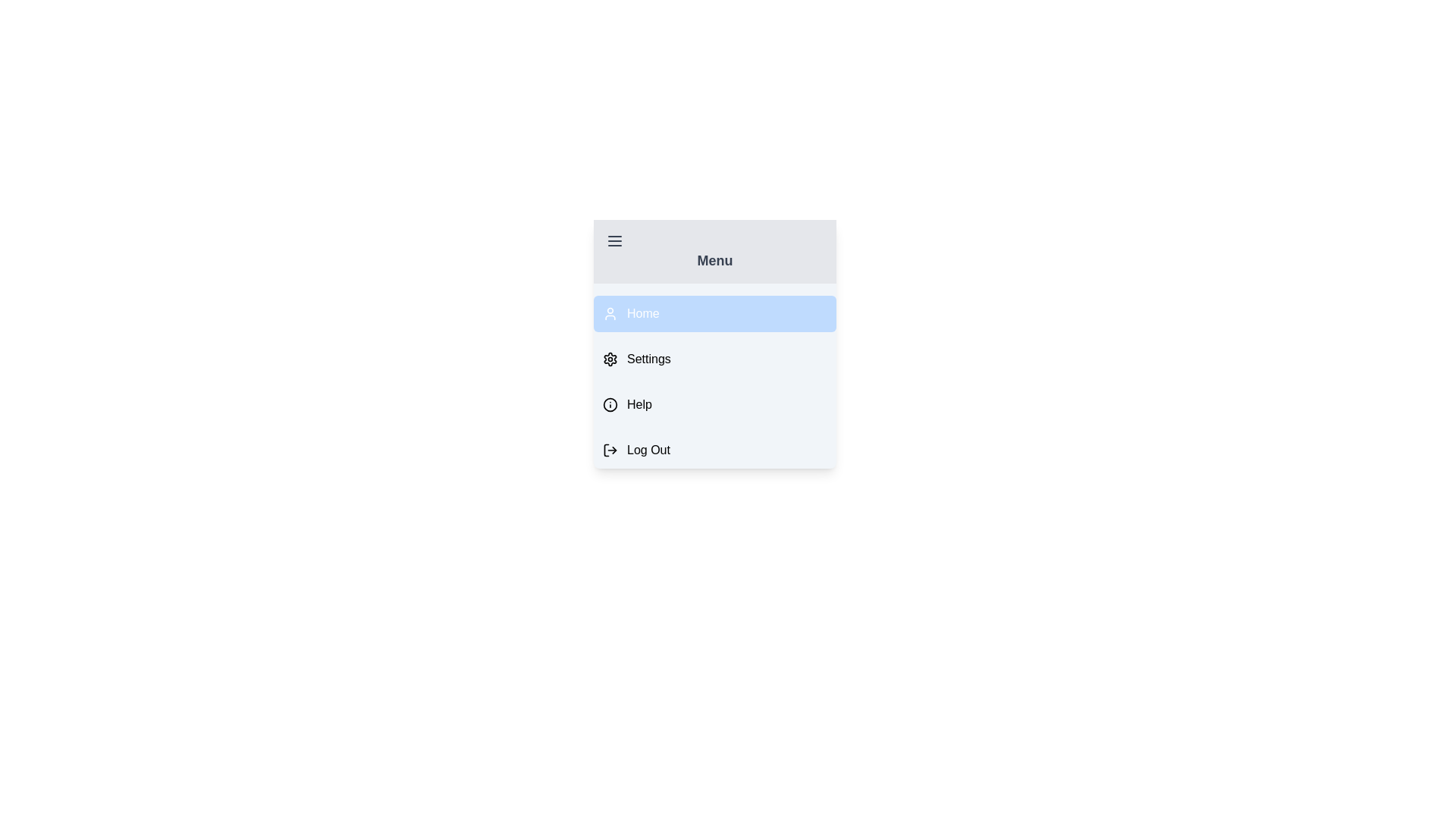 This screenshot has width=1456, height=819. I want to click on the menu item labeled Settings, so click(714, 359).